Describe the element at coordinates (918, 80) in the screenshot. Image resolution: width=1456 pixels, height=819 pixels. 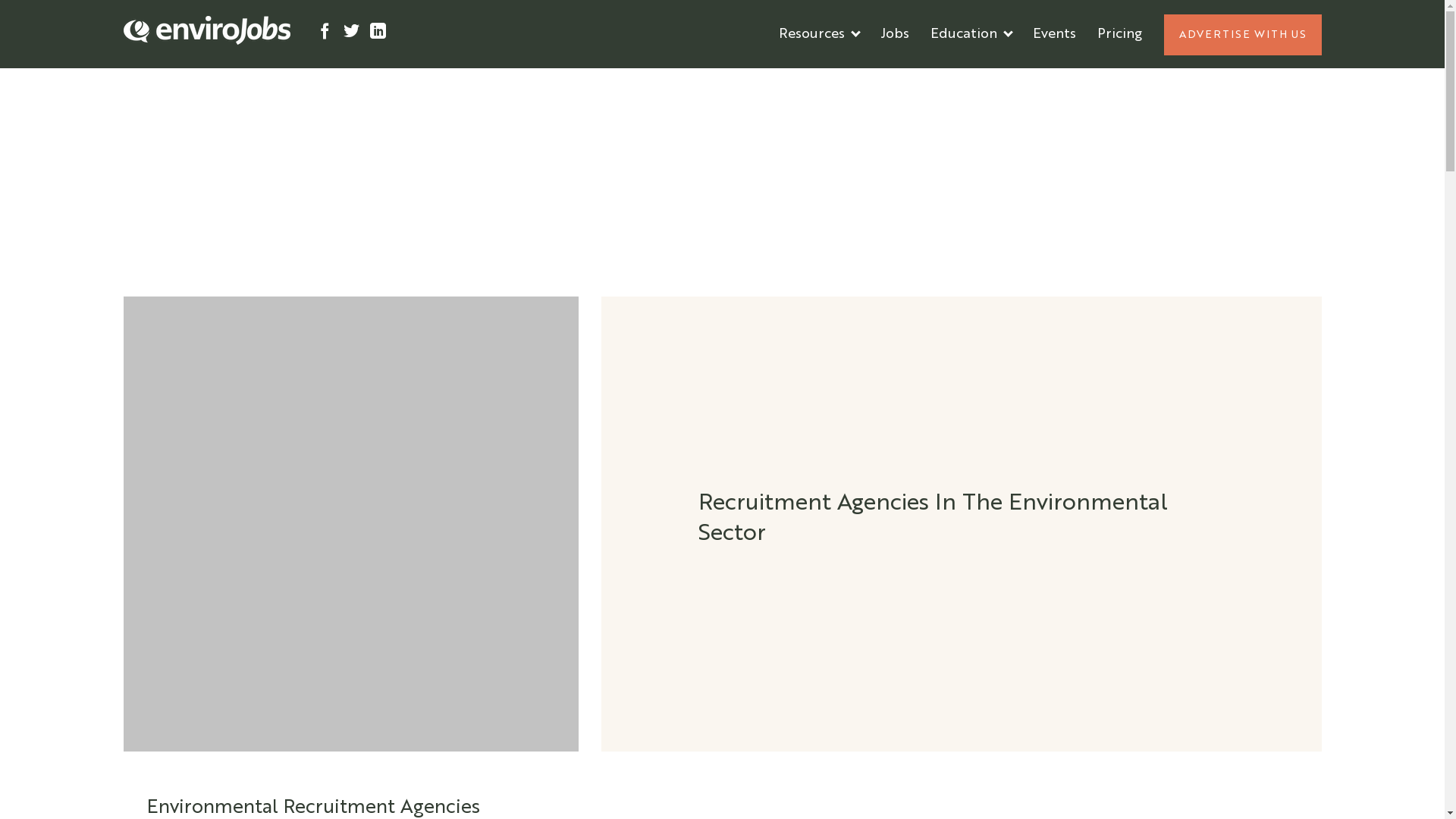
I see `'Universities'` at that location.